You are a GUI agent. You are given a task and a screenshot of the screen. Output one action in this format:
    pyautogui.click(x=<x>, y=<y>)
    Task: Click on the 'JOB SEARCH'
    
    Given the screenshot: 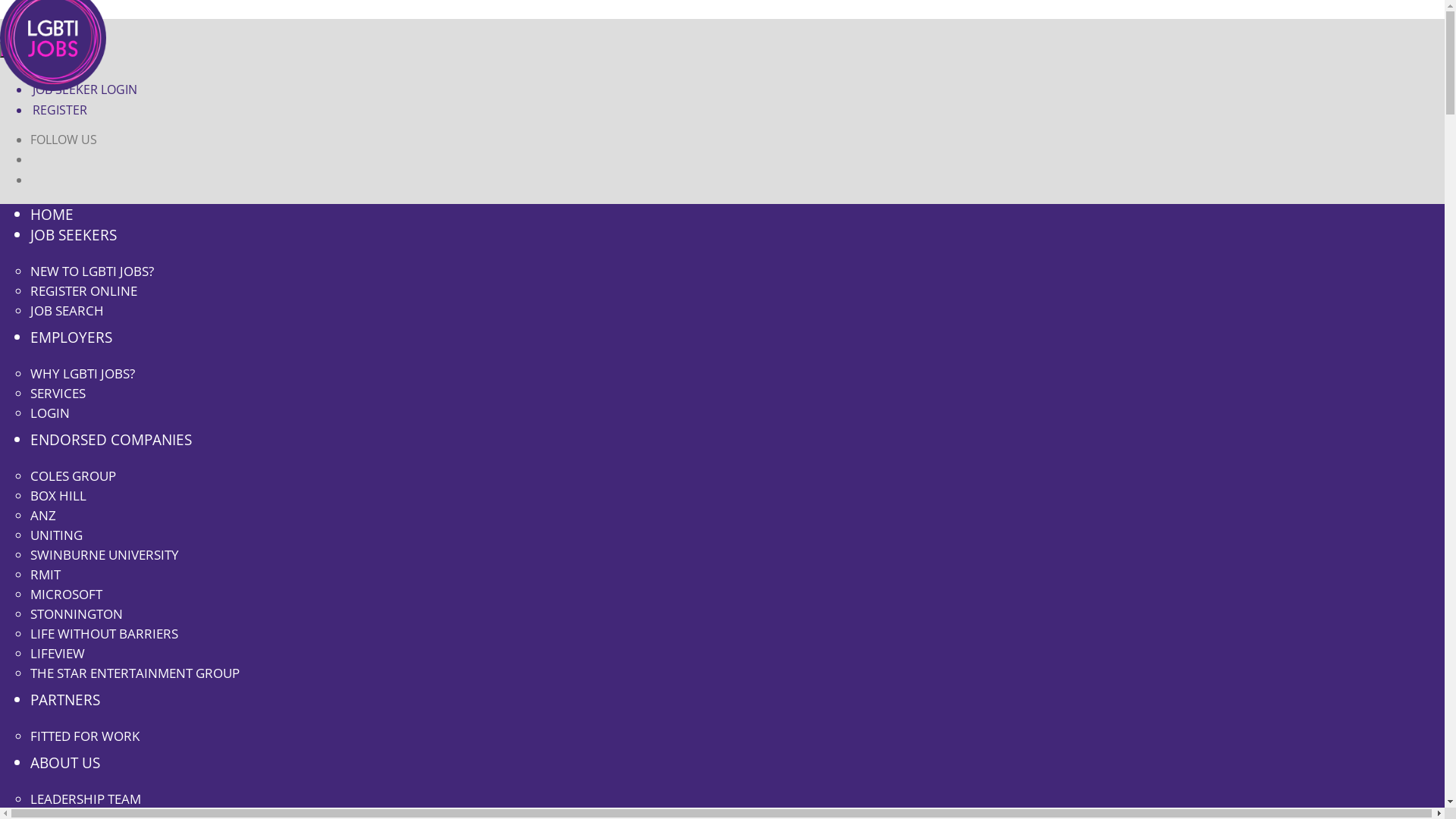 What is the action you would take?
    pyautogui.click(x=66, y=309)
    